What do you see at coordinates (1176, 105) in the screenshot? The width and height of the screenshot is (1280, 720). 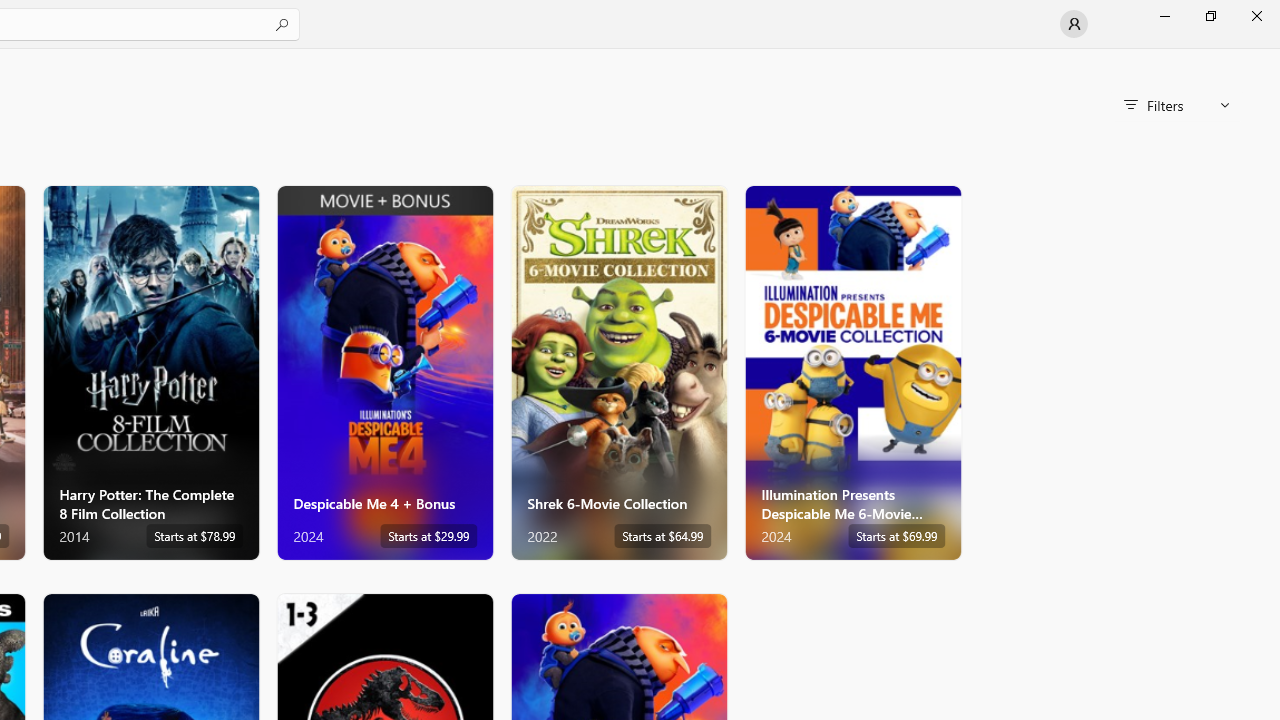 I see `'Filters'` at bounding box center [1176, 105].